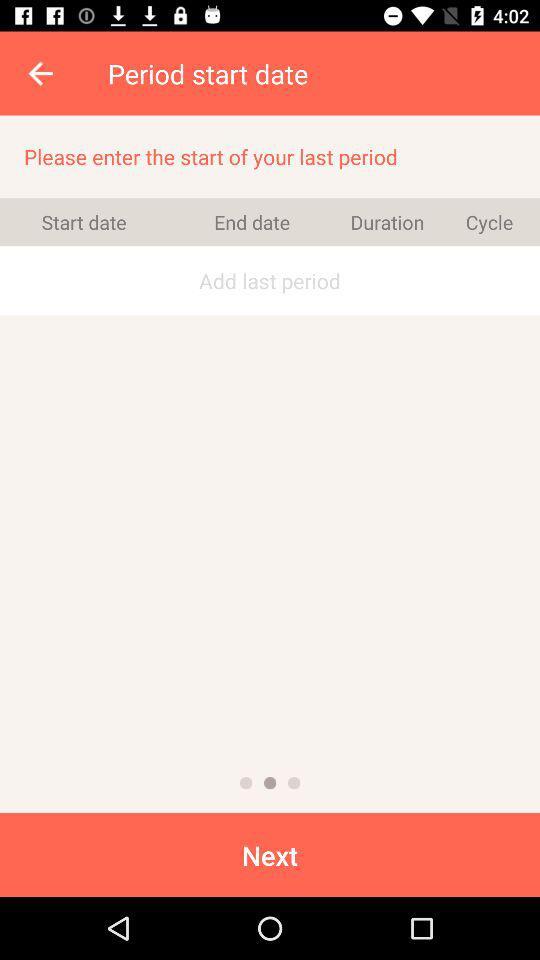 The image size is (540, 960). Describe the element at coordinates (293, 783) in the screenshot. I see `item above the next item` at that location.